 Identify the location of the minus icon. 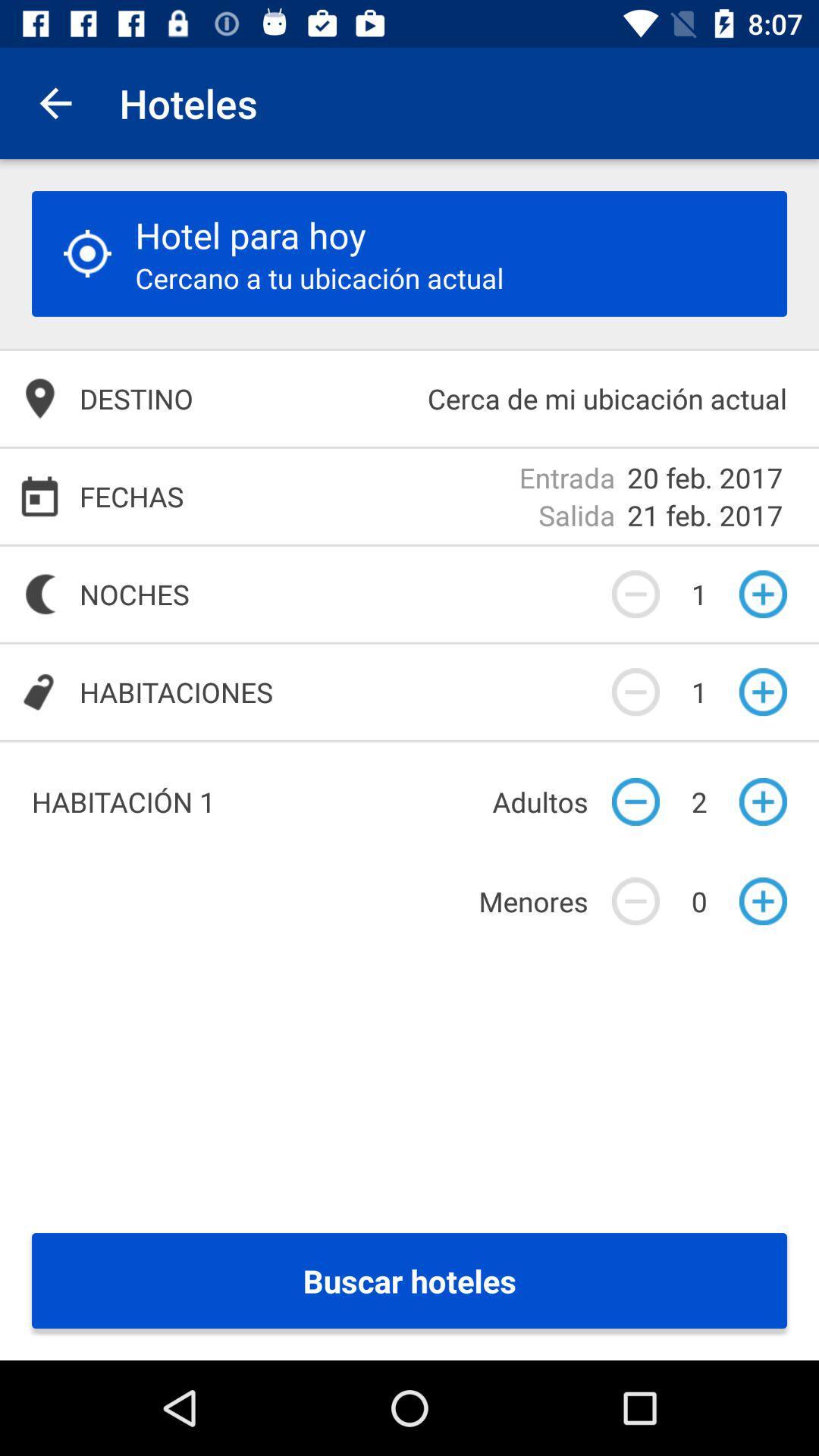
(635, 801).